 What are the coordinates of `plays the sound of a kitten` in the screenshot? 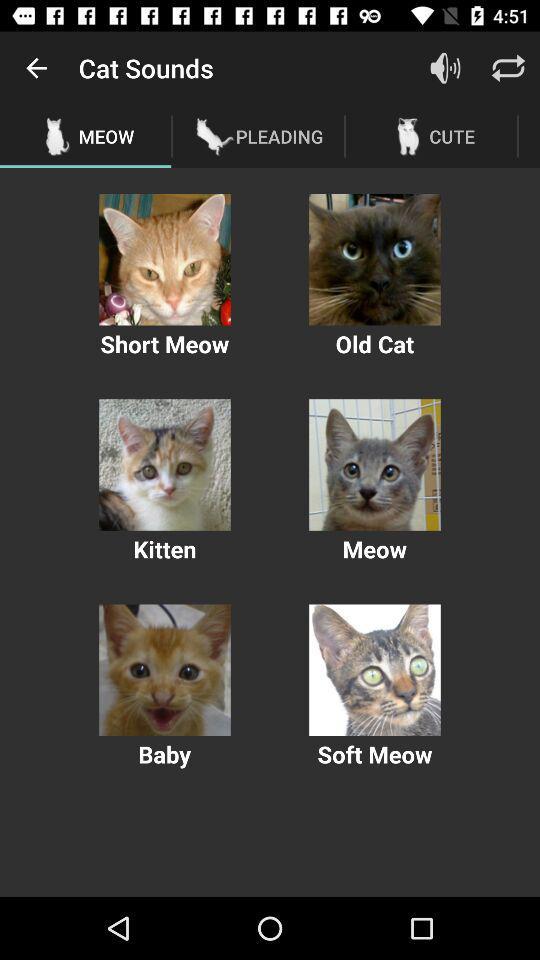 It's located at (164, 465).